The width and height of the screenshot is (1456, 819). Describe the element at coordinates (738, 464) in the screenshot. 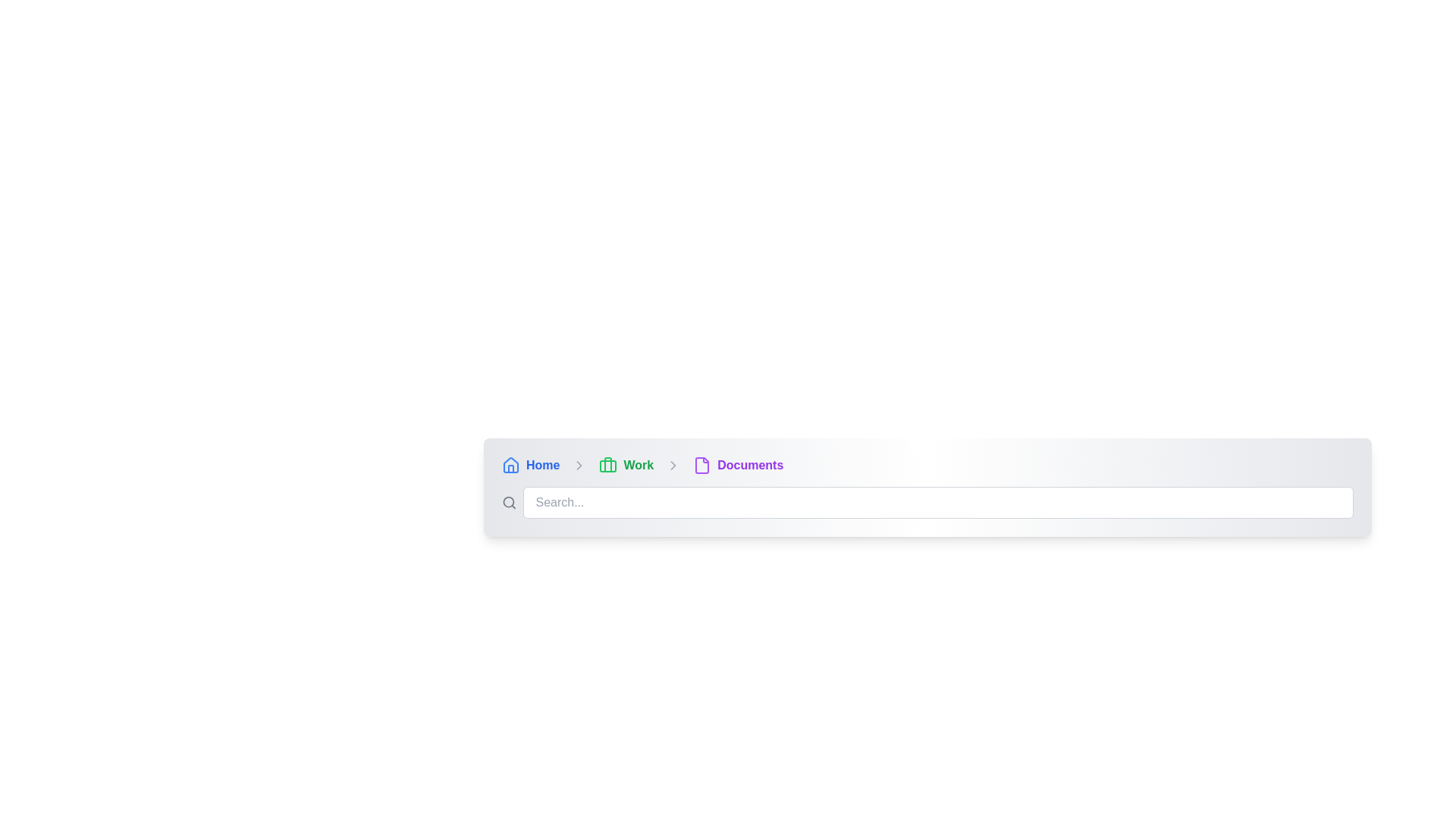

I see `the Breadcrumb navigation item that indicates the user's current location within the hierarchy of pages, positioned as the last item in the breadcrumb navigation bar` at that location.